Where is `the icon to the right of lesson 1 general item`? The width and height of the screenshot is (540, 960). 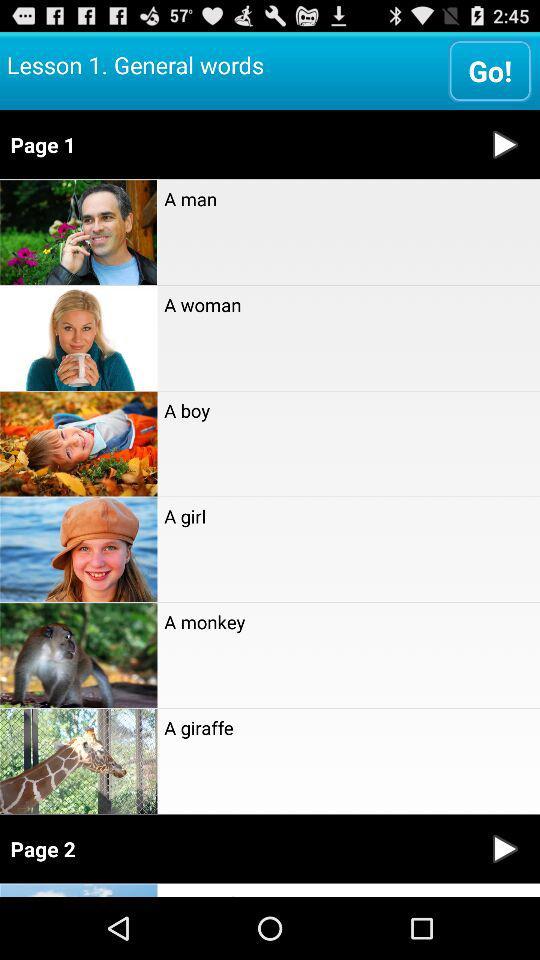
the icon to the right of lesson 1 general item is located at coordinates (489, 70).